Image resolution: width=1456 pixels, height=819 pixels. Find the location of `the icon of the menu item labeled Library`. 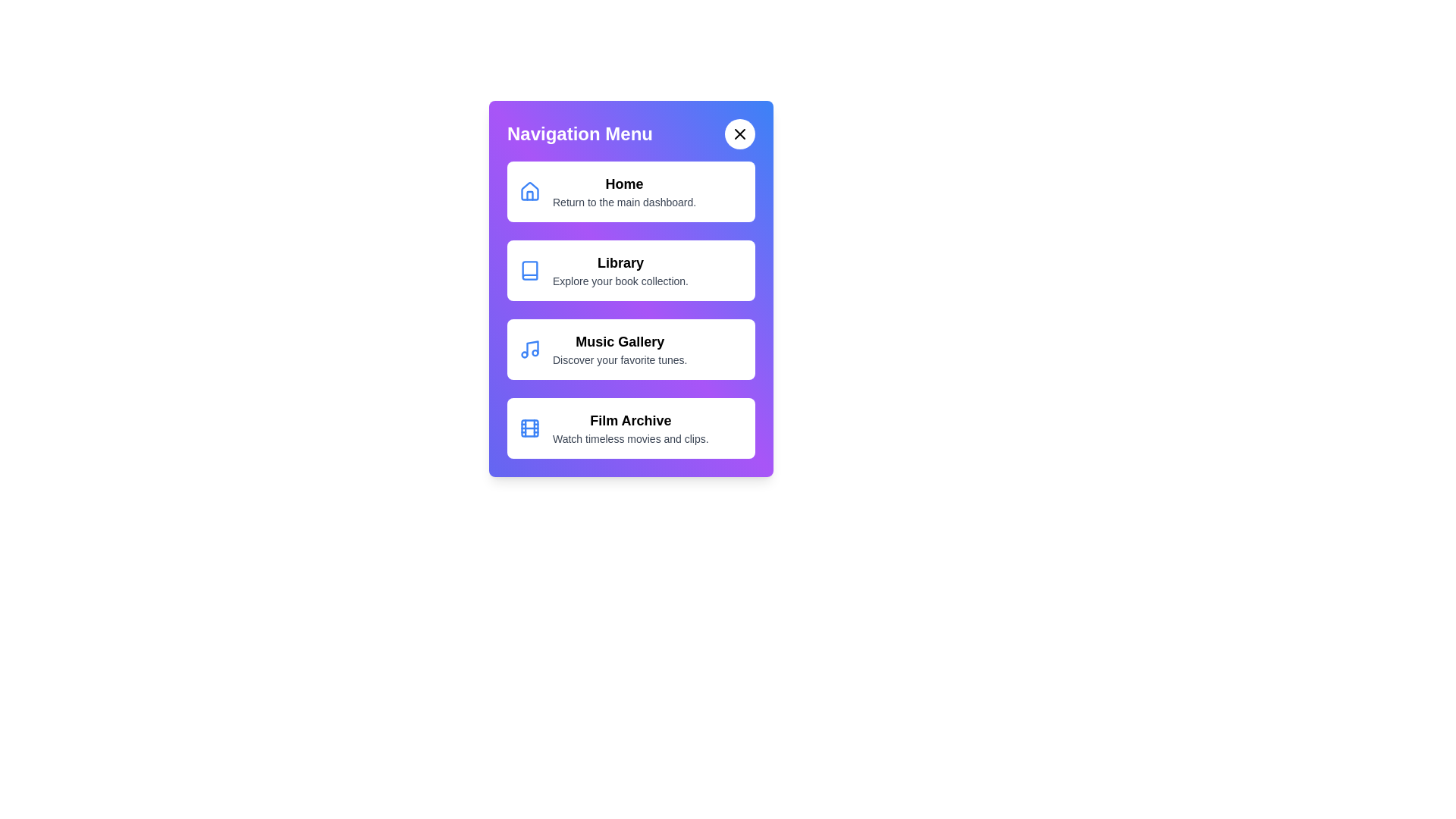

the icon of the menu item labeled Library is located at coordinates (530, 270).